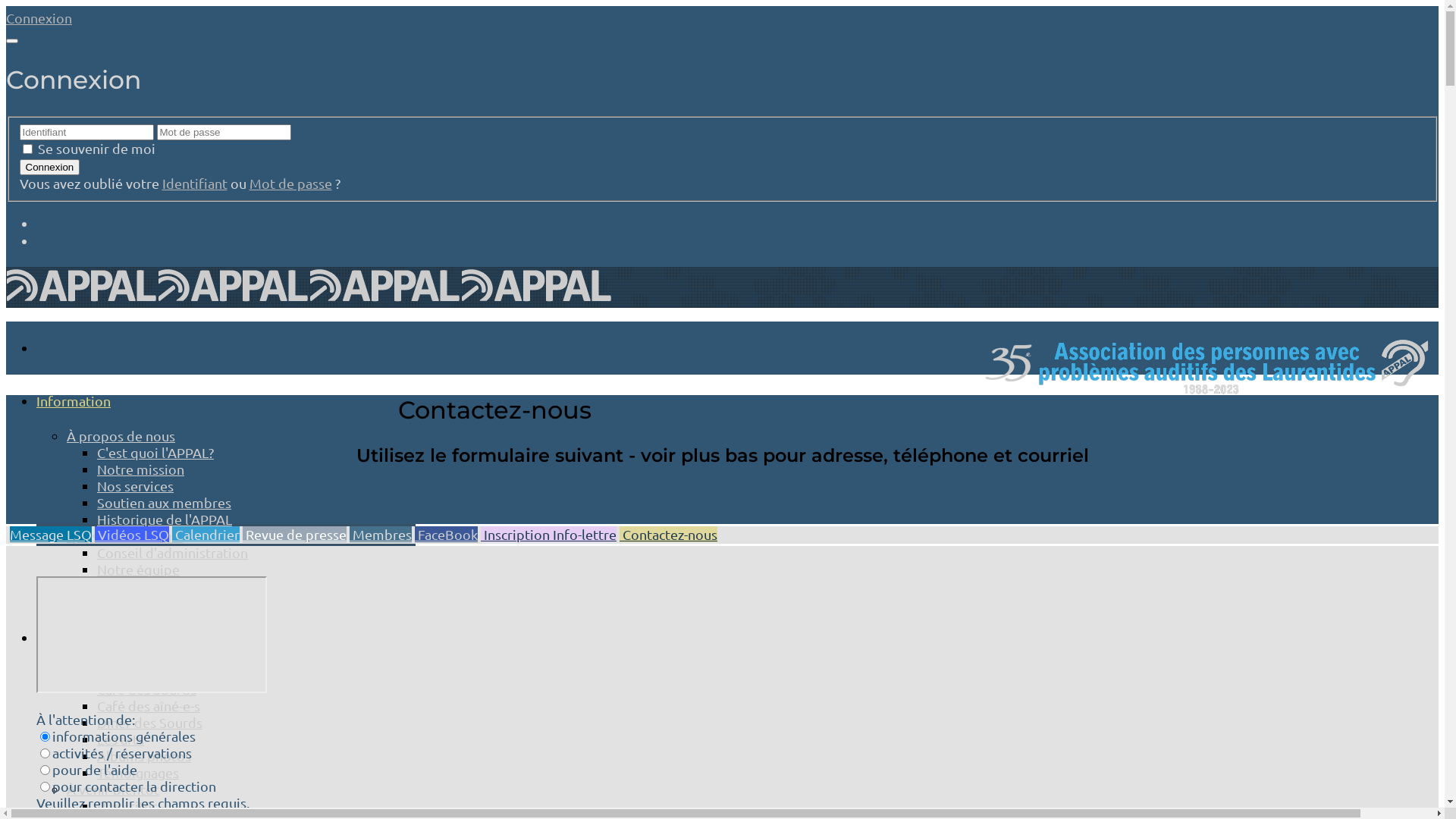  Describe the element at coordinates (155, 451) in the screenshot. I see `'C'est quoi l'APPAL?'` at that location.